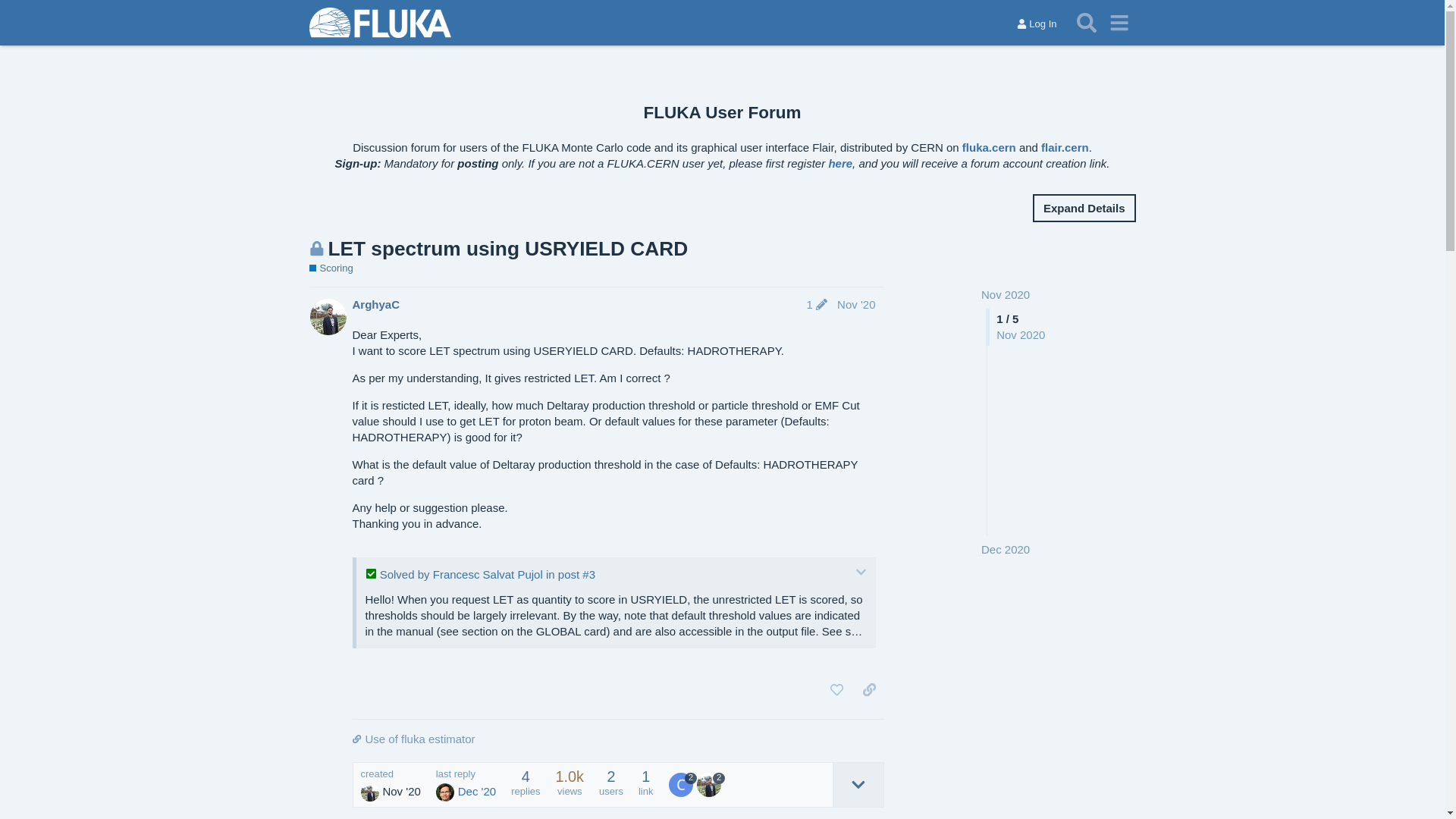  I want to click on 'This topic is closed; it no longer accepts new replies', so click(315, 247).